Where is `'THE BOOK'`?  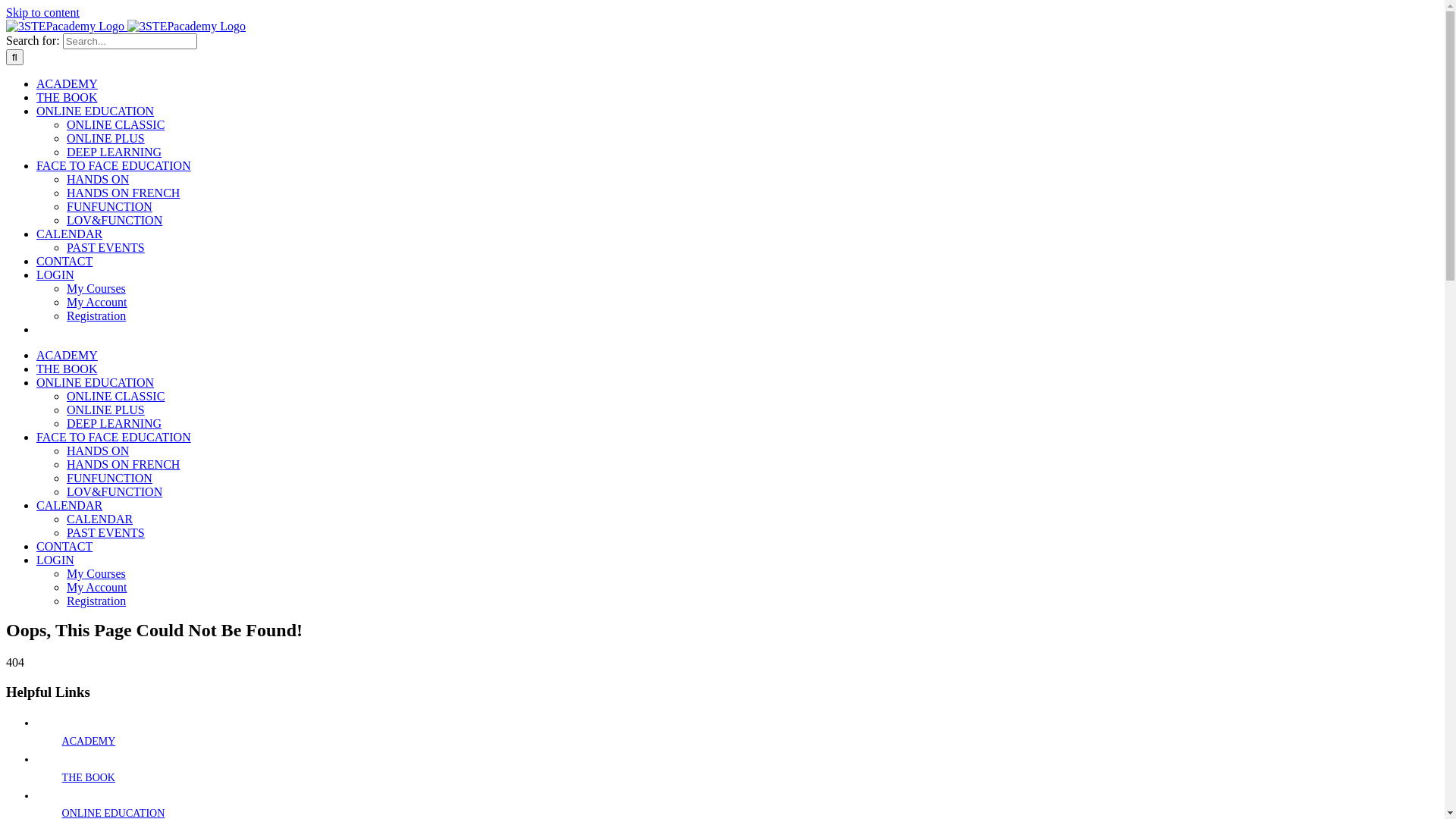
'THE BOOK' is located at coordinates (87, 777).